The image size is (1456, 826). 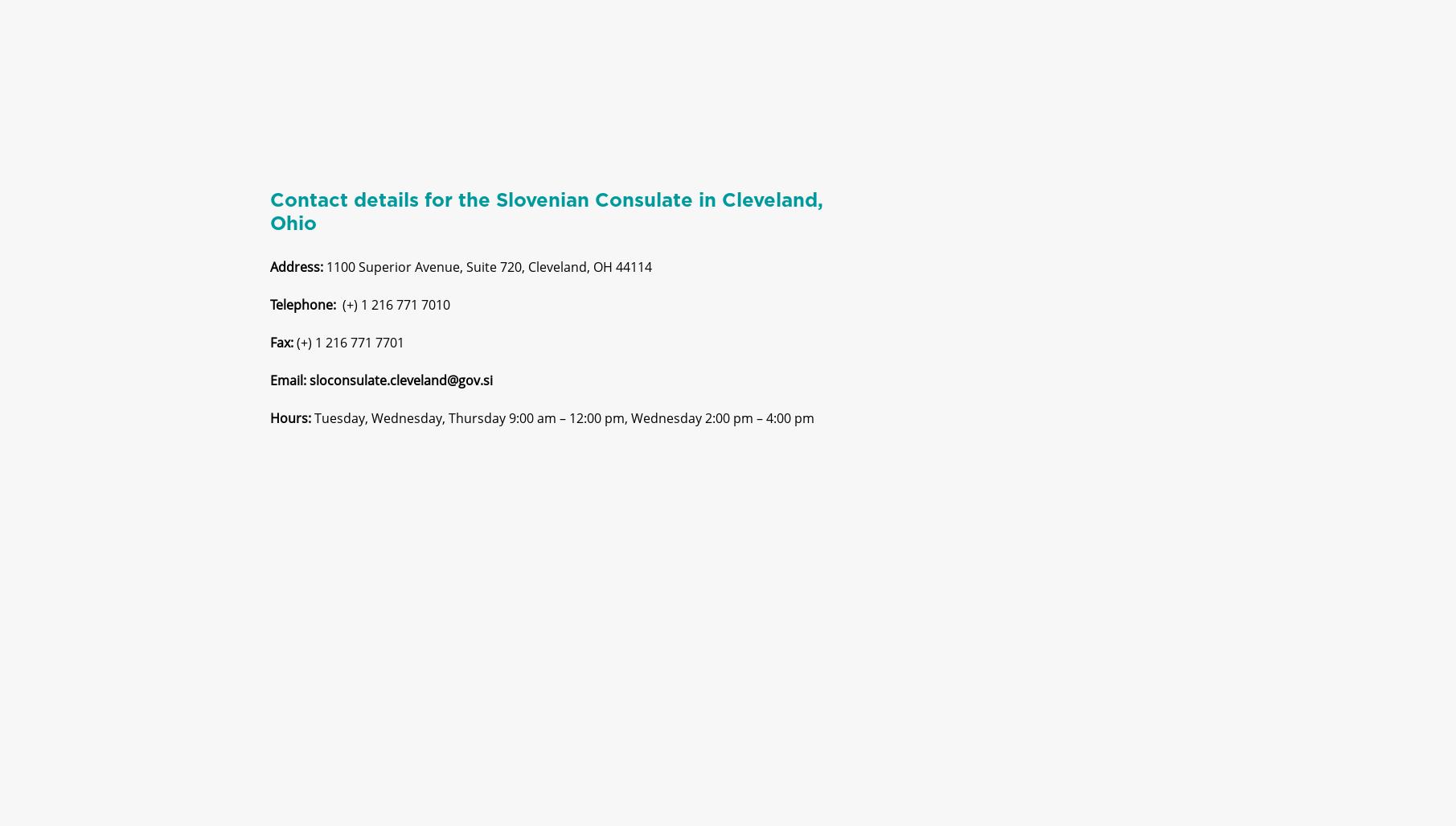 I want to click on 'Tuesday, Wednesday, Thursday 9:00 am – 12:00 pm, Wednesday 2:00 pm – 4:00 pm', so click(x=564, y=431).